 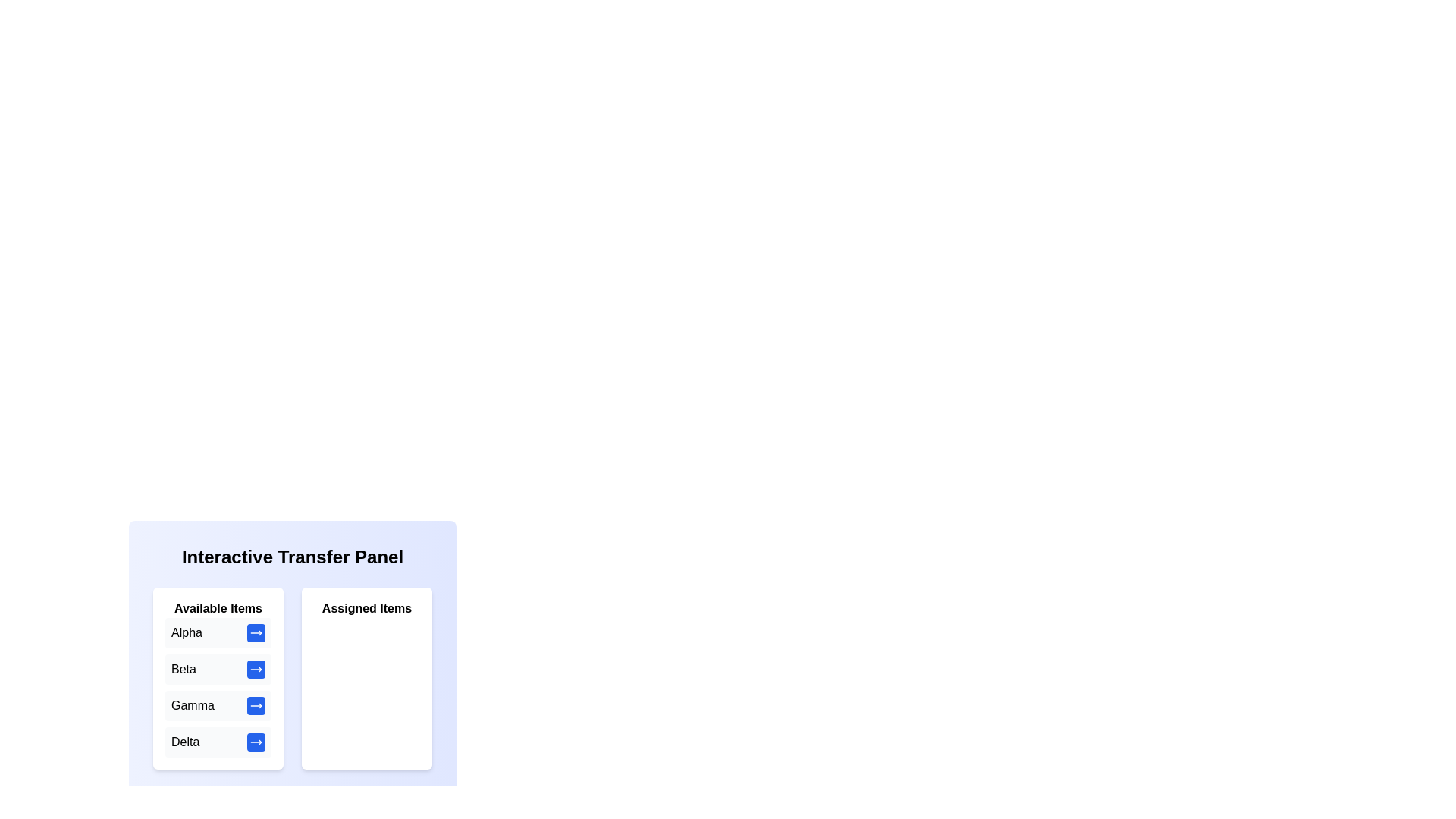 What do you see at coordinates (182, 669) in the screenshot?
I see `the text label Beta in the 'Available Items' list` at bounding box center [182, 669].